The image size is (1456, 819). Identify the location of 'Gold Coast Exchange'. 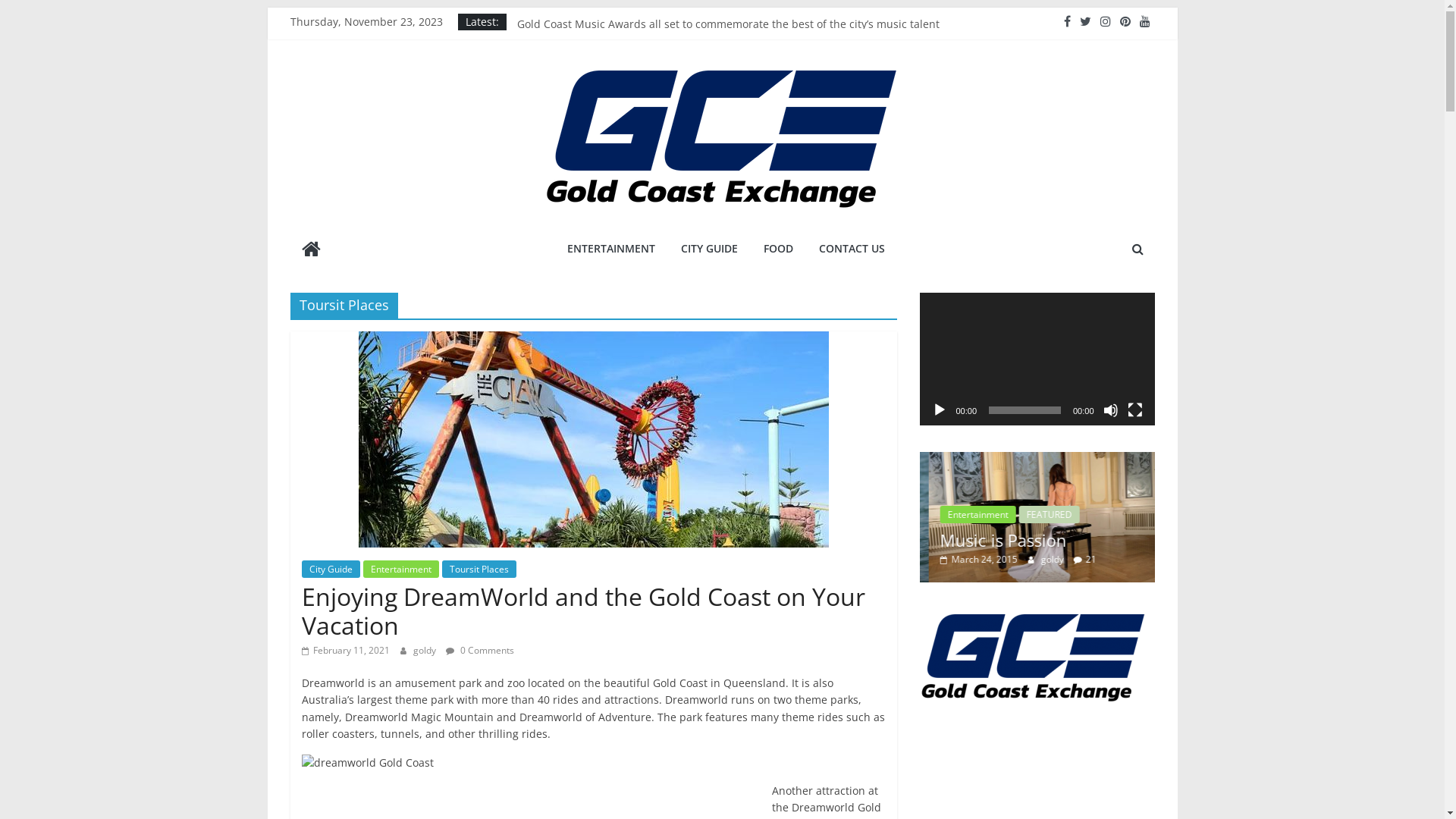
(309, 249).